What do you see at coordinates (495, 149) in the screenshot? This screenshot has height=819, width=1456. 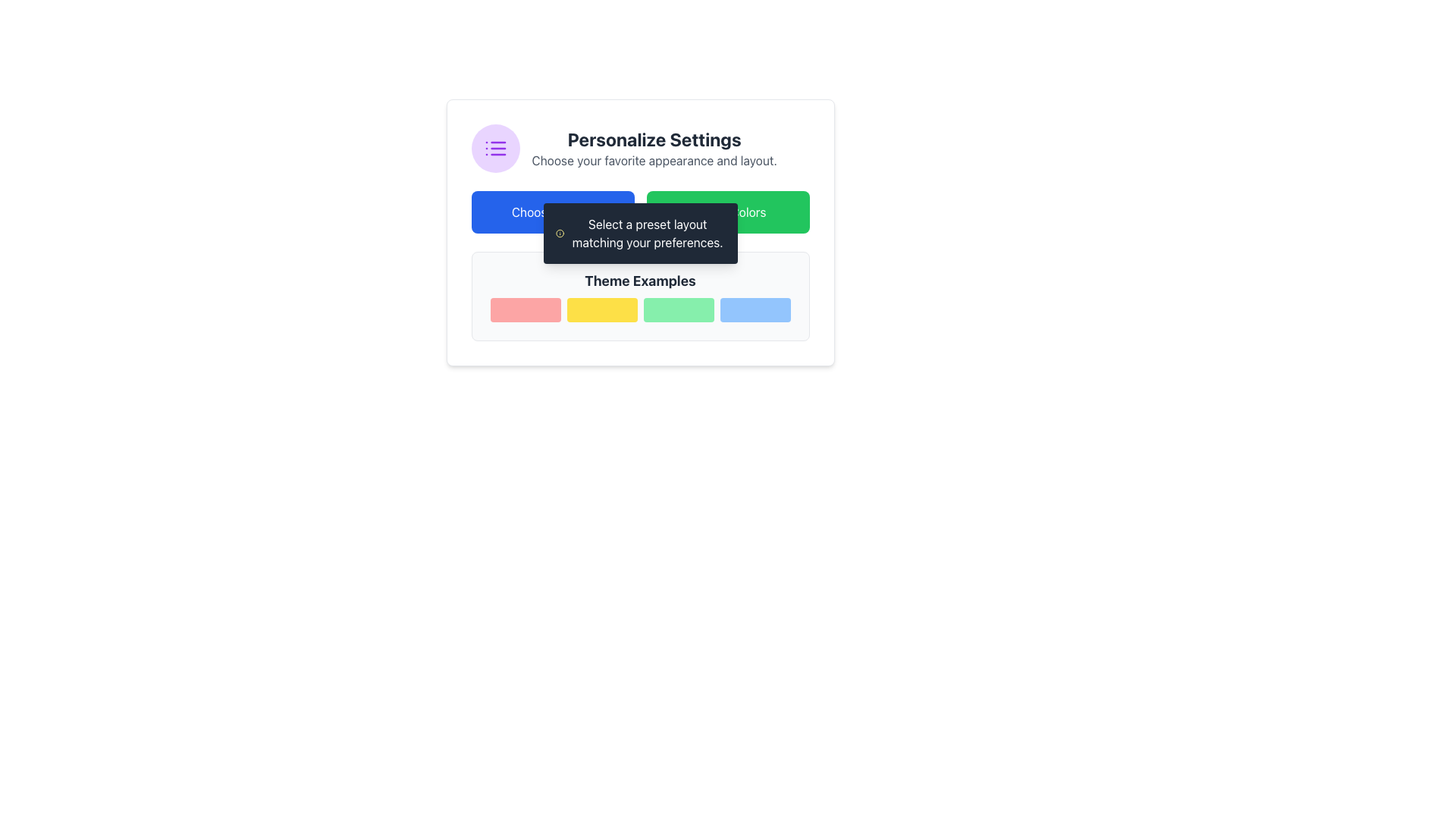 I see `the icon representing a list in the top-left region of the Personalize Settings interface, which is contained within a rounded purple background` at bounding box center [495, 149].